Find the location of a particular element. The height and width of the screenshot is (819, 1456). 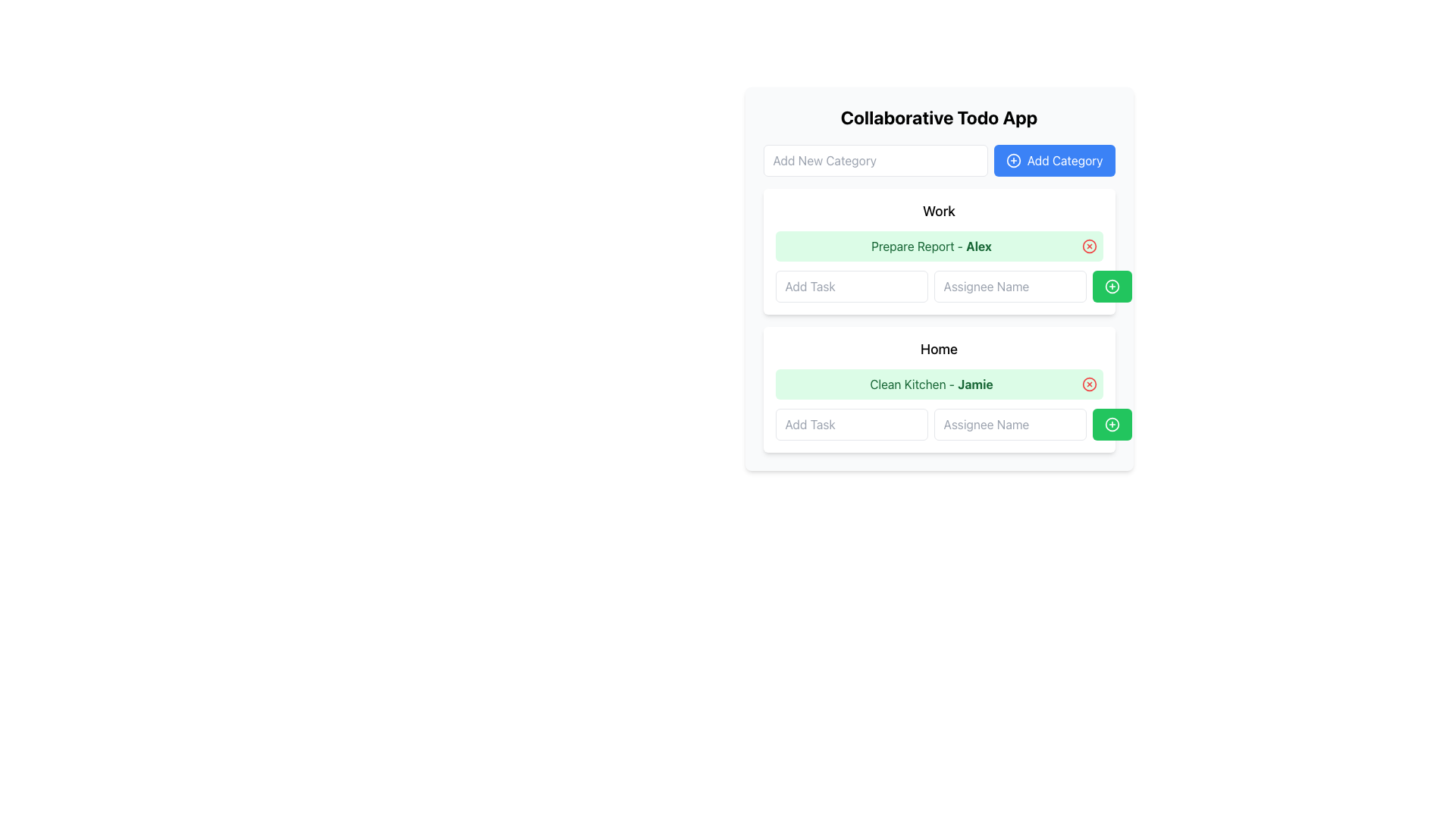

the text label displaying the assignee's name 'Alex' for the task 'Prepare Report' located in the 'Work' task section is located at coordinates (979, 245).